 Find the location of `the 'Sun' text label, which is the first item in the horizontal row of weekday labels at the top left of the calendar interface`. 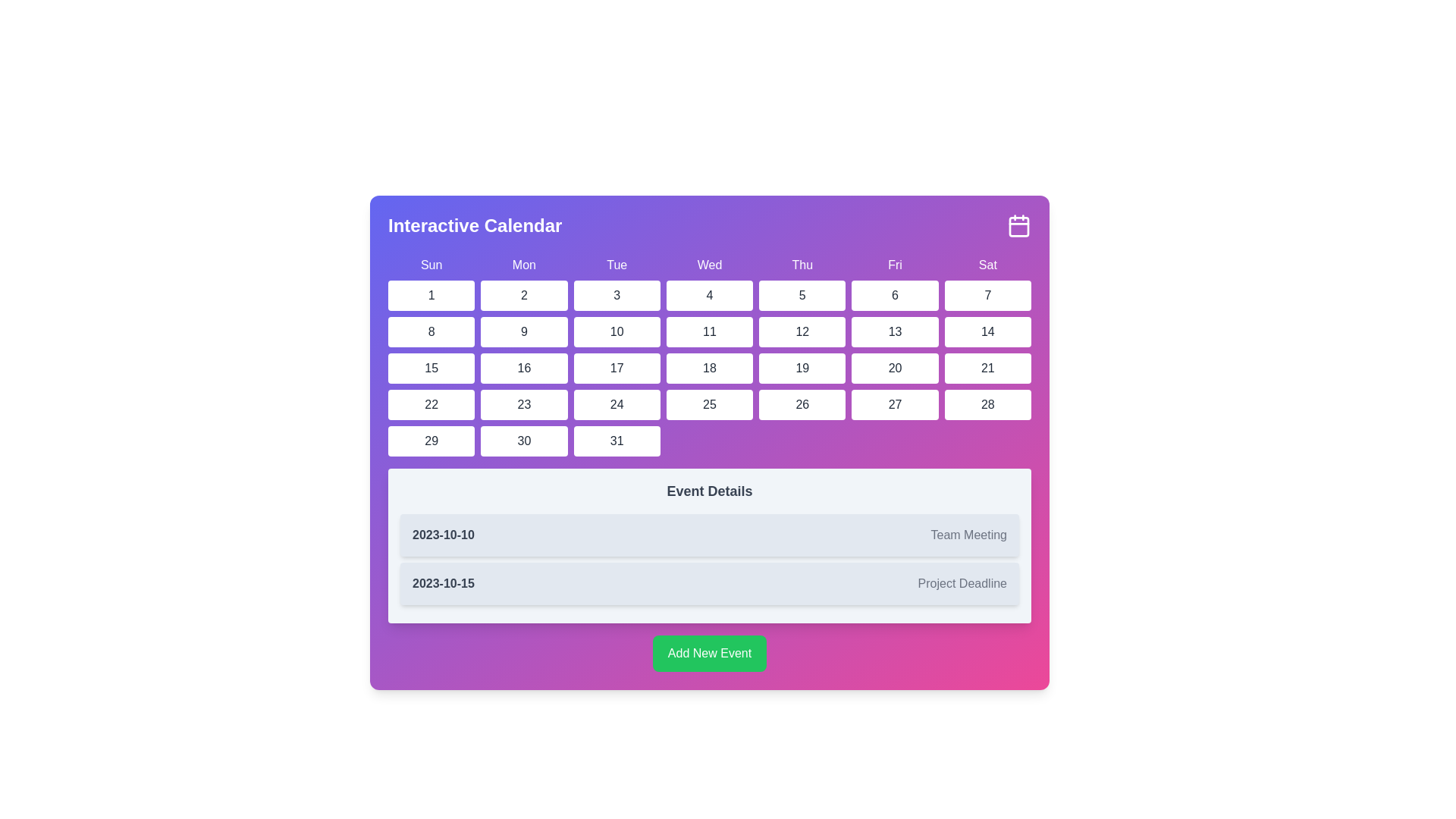

the 'Sun' text label, which is the first item in the horizontal row of weekday labels at the top left of the calendar interface is located at coordinates (431, 265).